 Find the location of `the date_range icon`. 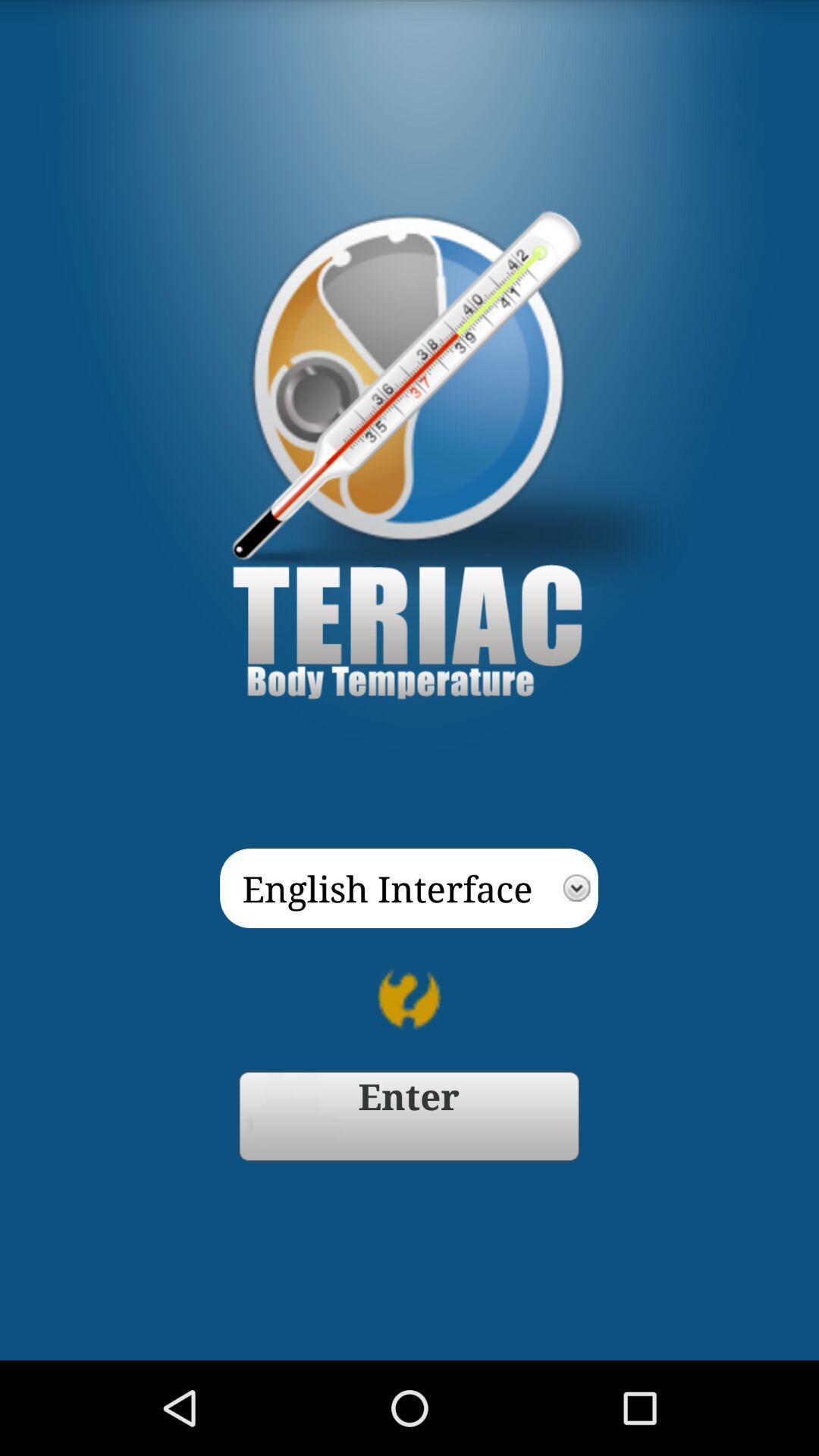

the date_range icon is located at coordinates (408, 1194).